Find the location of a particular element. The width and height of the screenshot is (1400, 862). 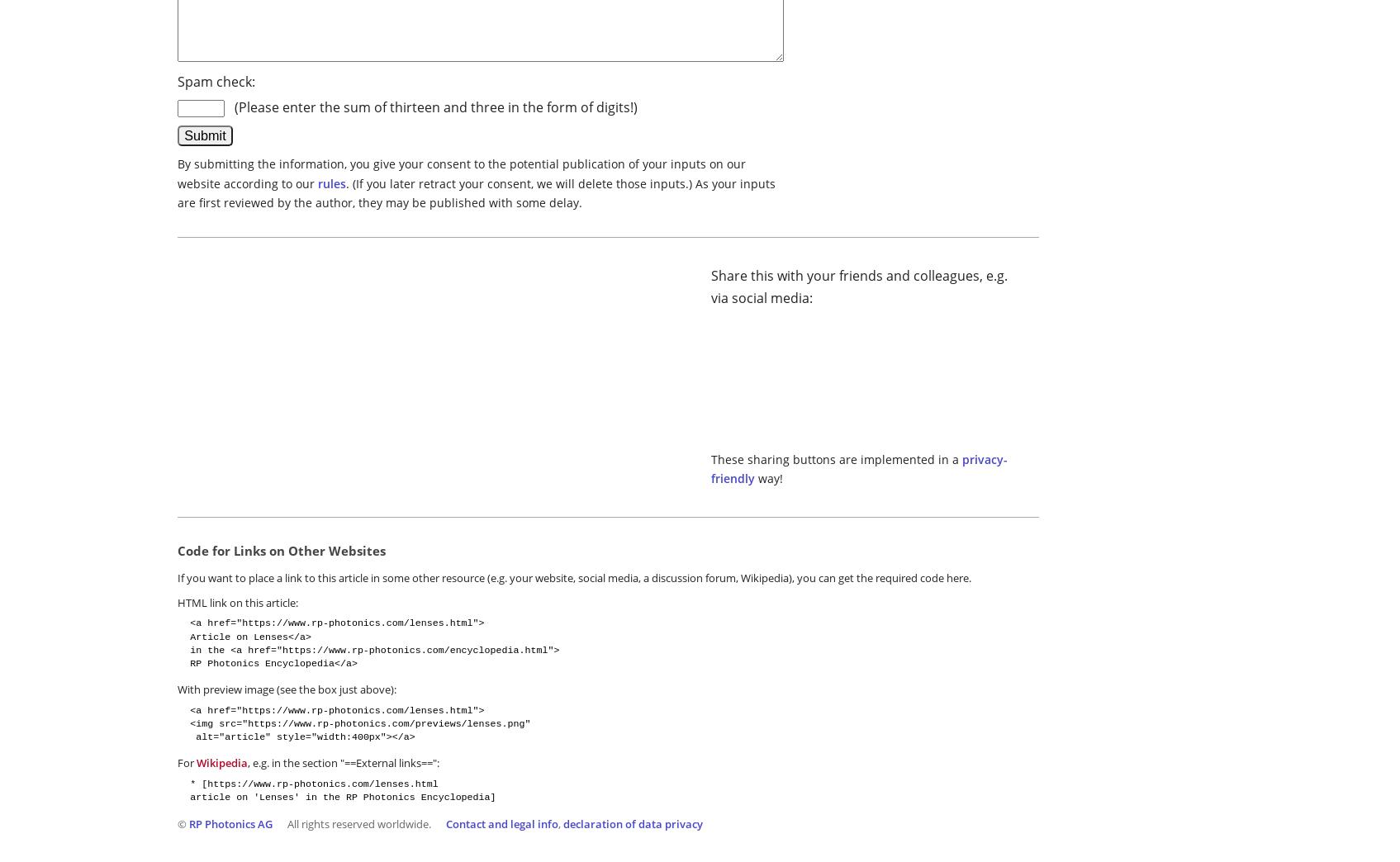

'Spam check:' is located at coordinates (216, 81).